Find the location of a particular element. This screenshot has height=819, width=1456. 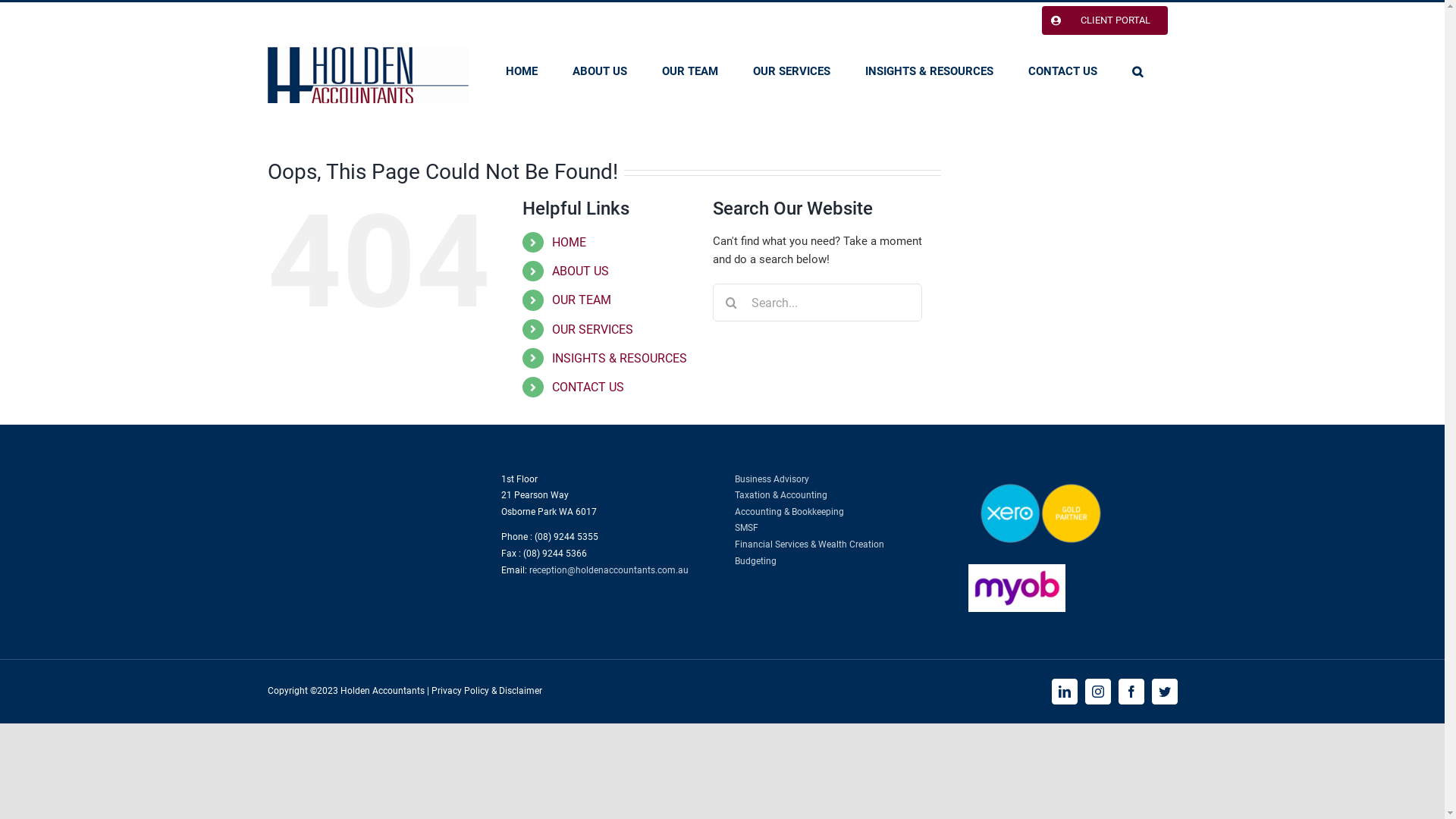

'Accounting & Bookkeeping' is located at coordinates (789, 512).